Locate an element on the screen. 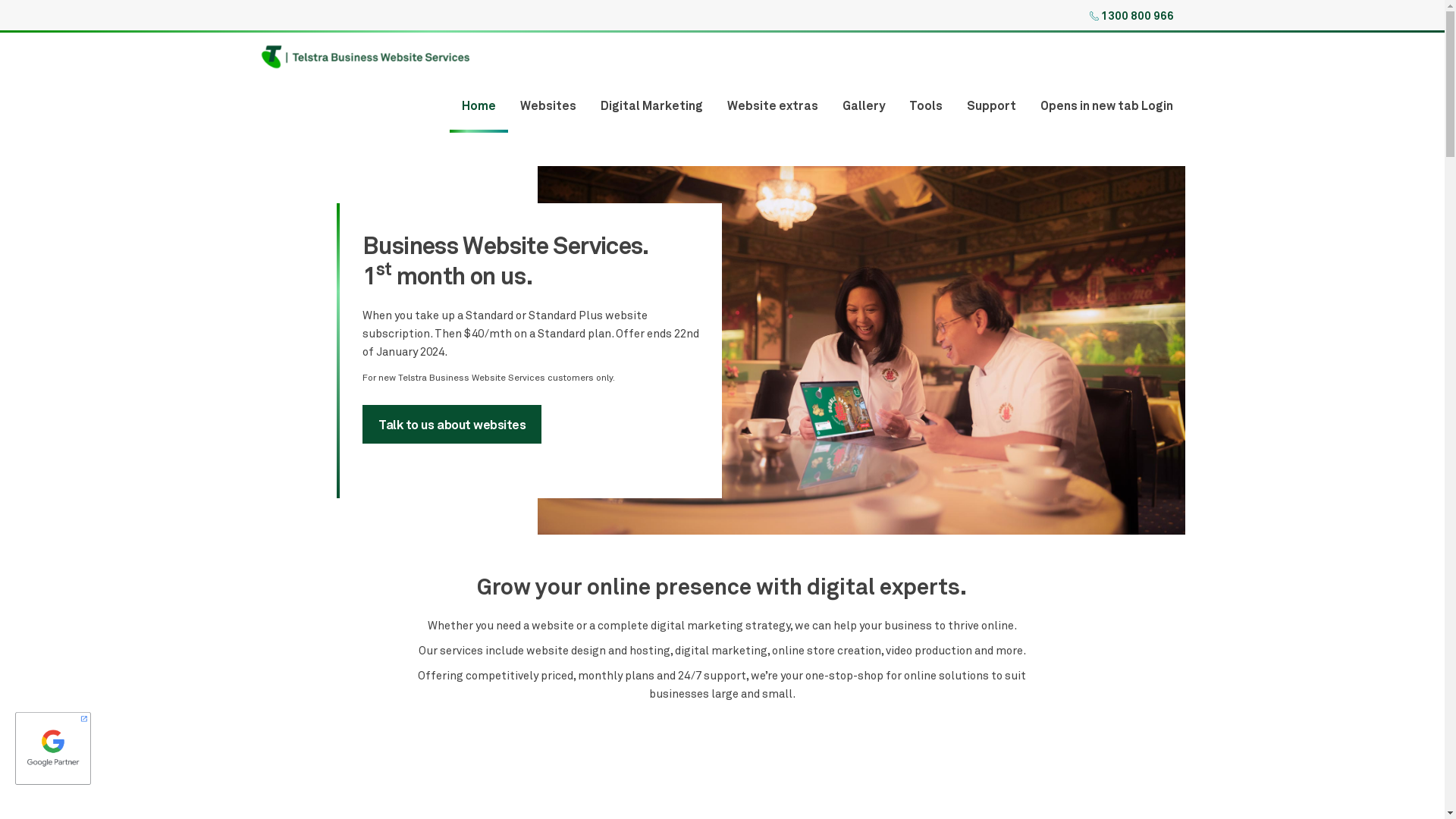 The image size is (1456, 819). '1300 800 966' is located at coordinates (1100, 14).